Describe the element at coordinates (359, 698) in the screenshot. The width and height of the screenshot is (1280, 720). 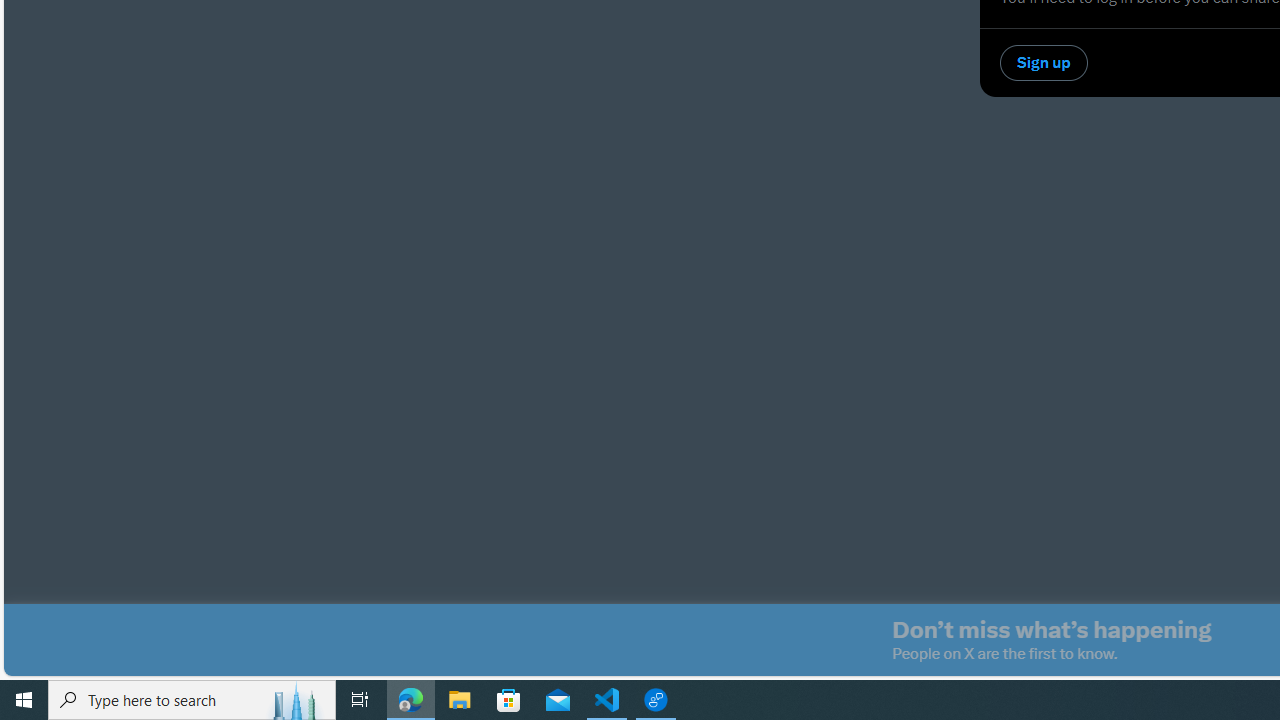
I see `'Task View'` at that location.